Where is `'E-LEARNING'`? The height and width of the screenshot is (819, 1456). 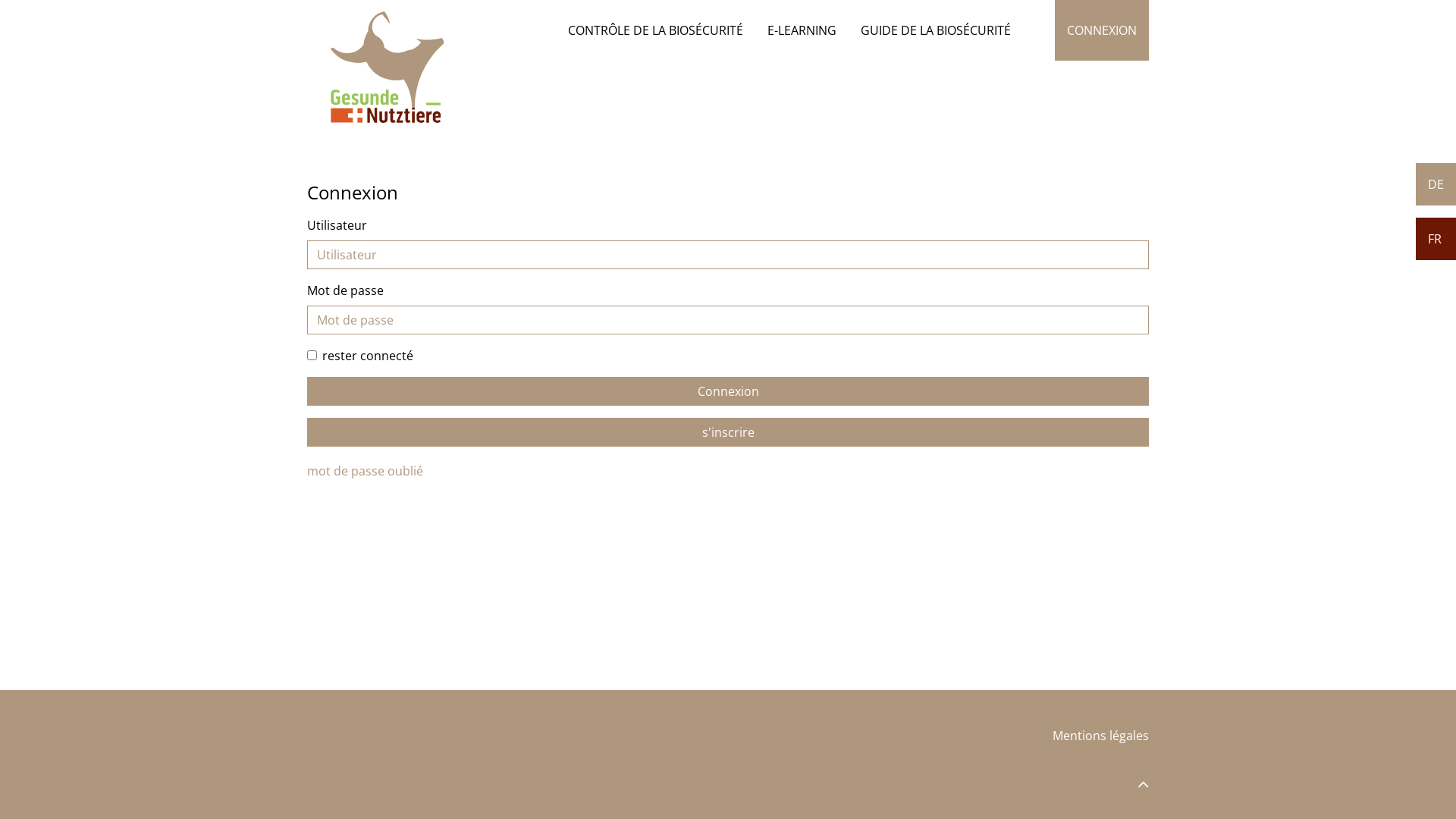 'E-LEARNING' is located at coordinates (801, 30).